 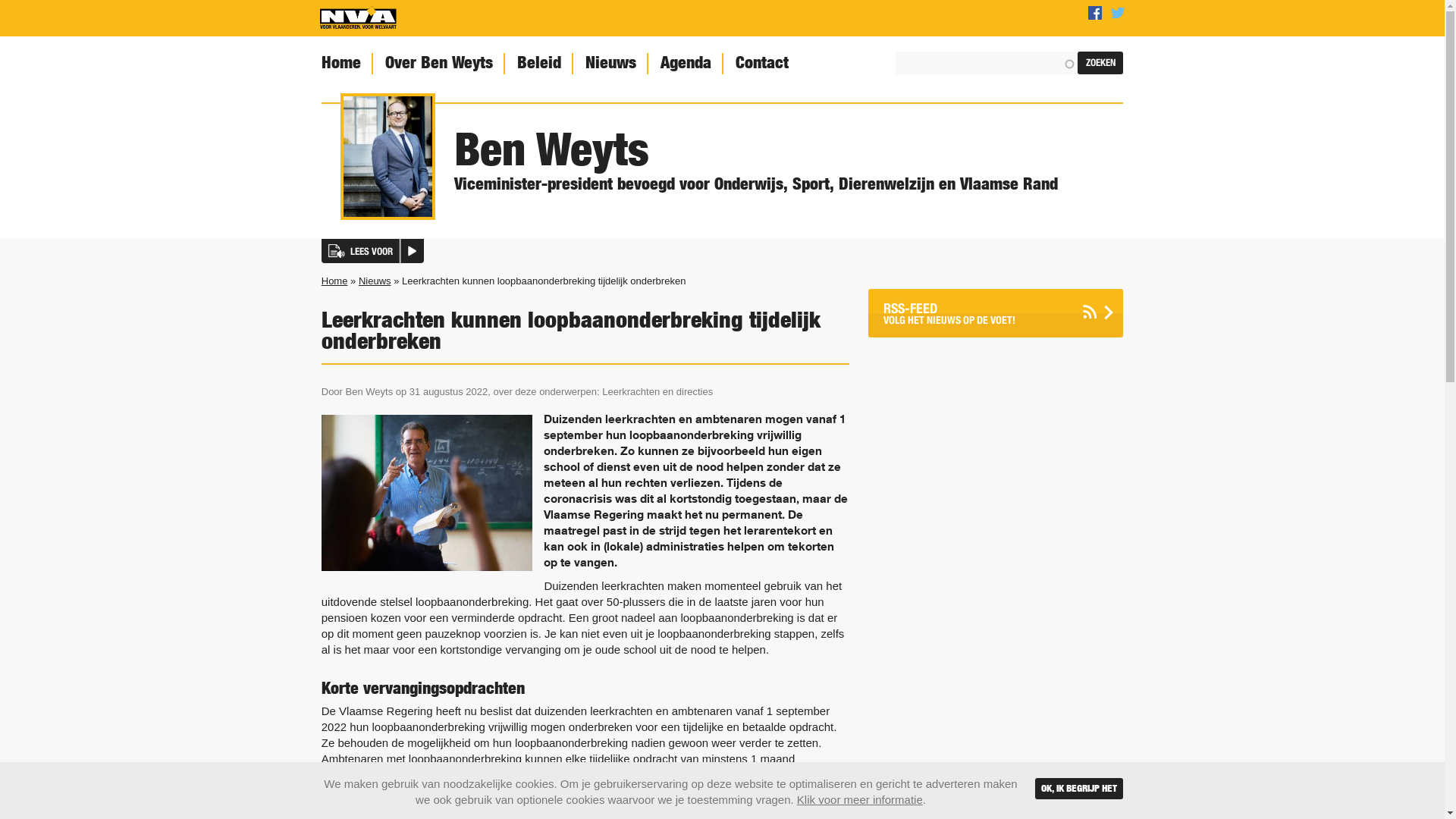 I want to click on 'Nieuws', so click(x=375, y=280).